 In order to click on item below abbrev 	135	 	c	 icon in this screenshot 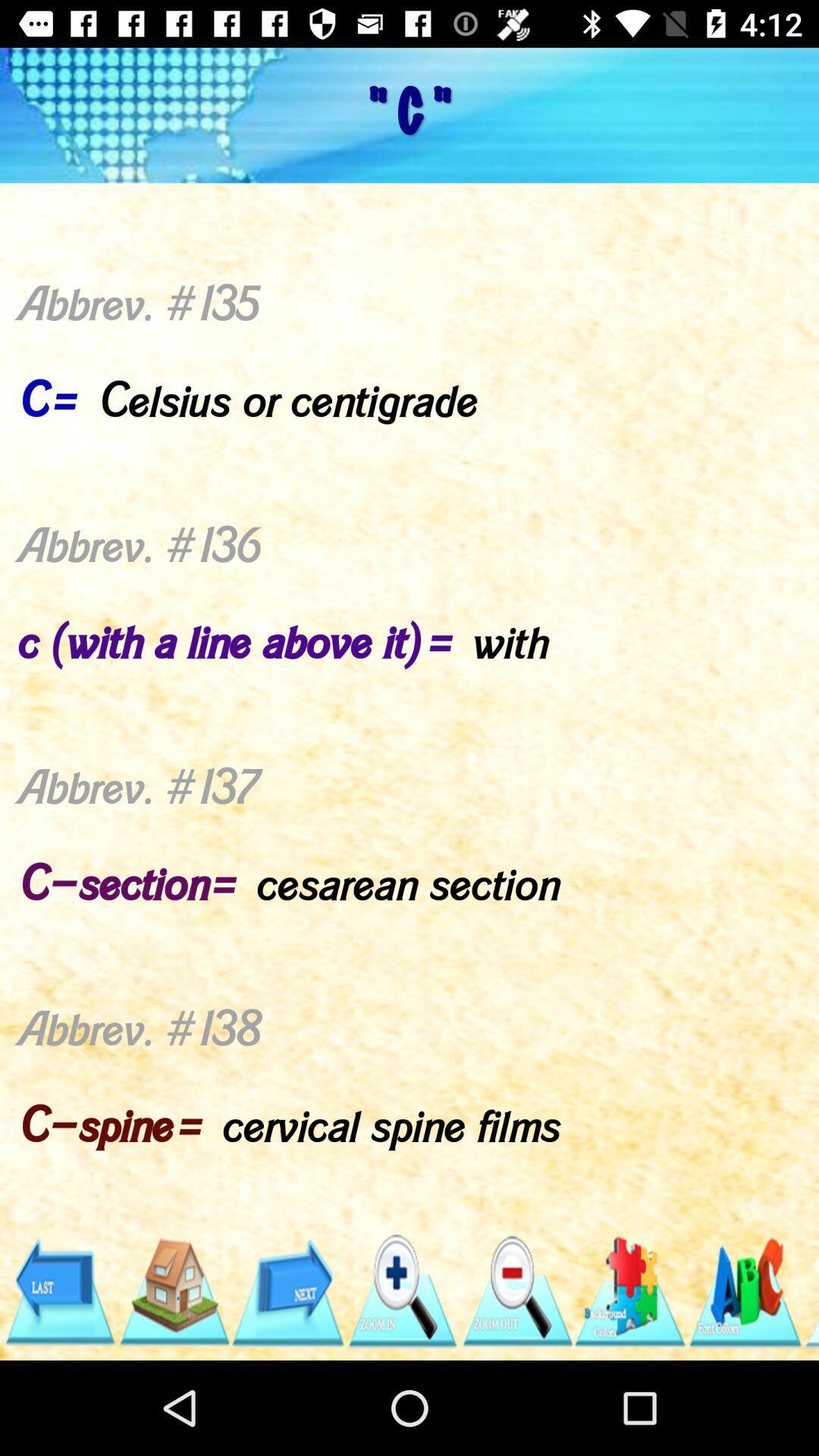, I will do `click(173, 1291)`.